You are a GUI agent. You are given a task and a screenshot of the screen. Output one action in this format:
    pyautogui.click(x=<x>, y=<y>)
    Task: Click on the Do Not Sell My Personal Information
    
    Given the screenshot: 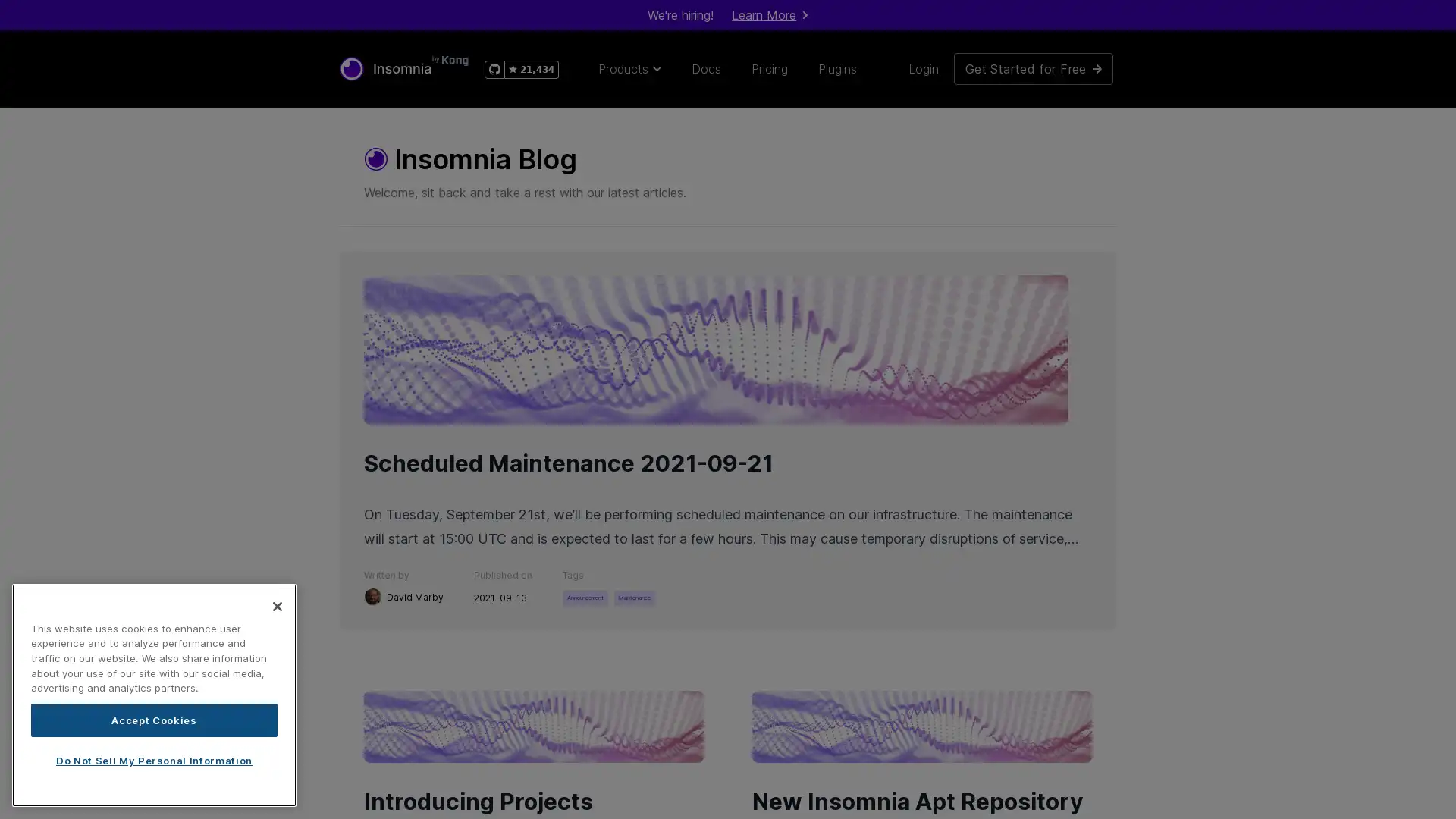 What is the action you would take?
    pyautogui.click(x=154, y=760)
    